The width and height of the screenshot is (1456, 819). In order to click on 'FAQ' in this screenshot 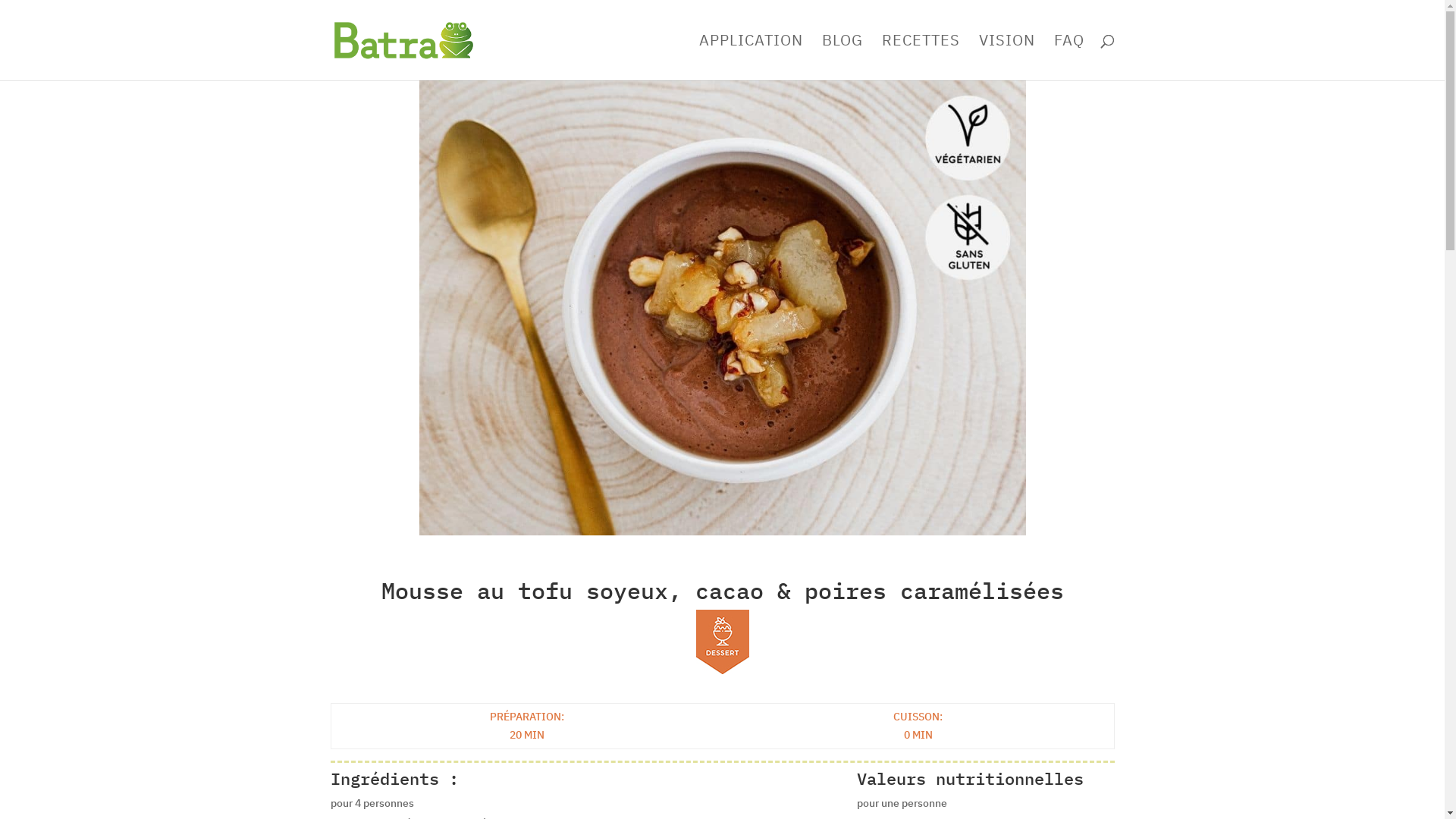, I will do `click(1068, 57)`.